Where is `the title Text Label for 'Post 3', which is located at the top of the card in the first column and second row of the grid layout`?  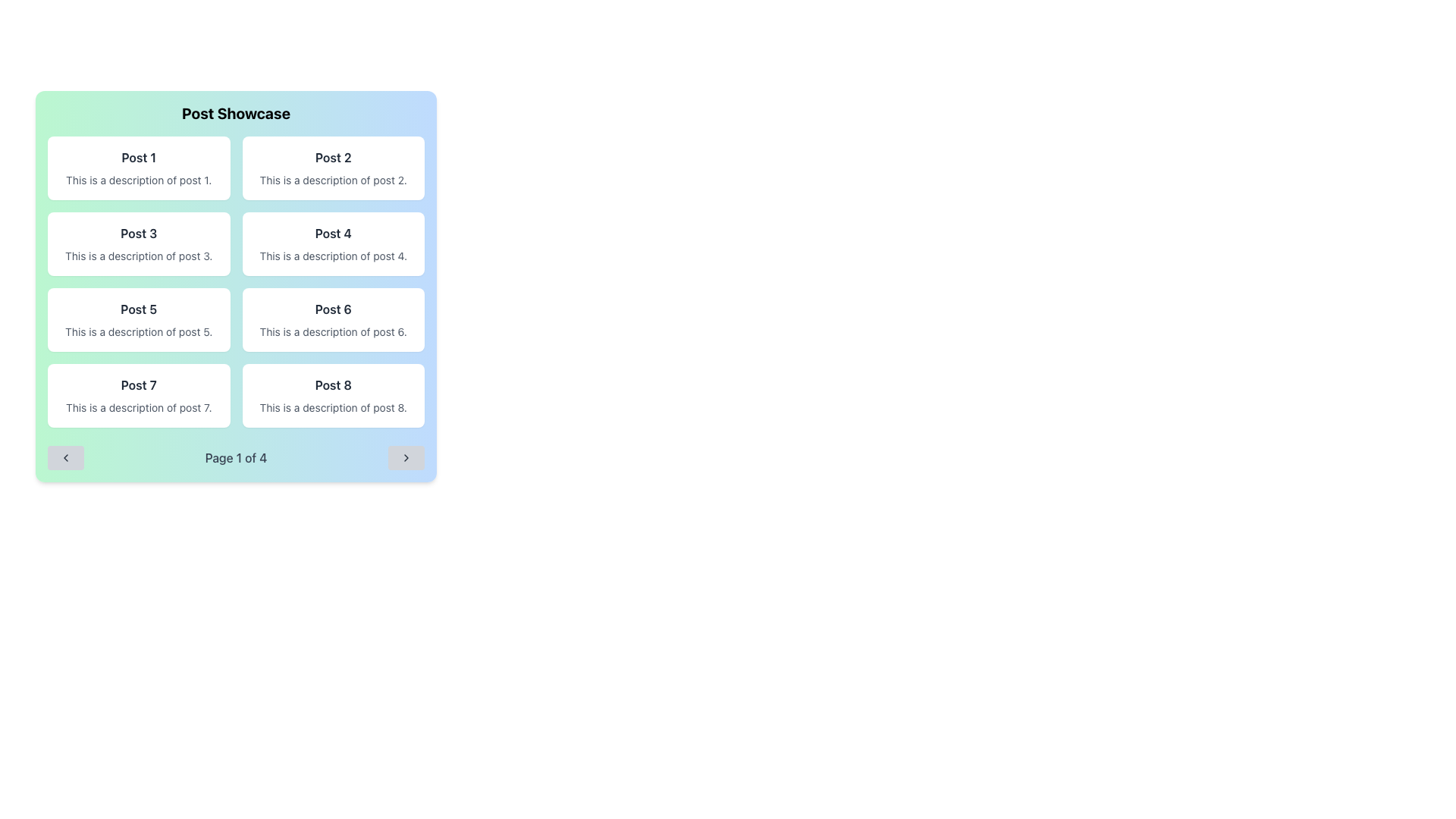
the title Text Label for 'Post 3', which is located at the top of the card in the first column and second row of the grid layout is located at coordinates (139, 234).